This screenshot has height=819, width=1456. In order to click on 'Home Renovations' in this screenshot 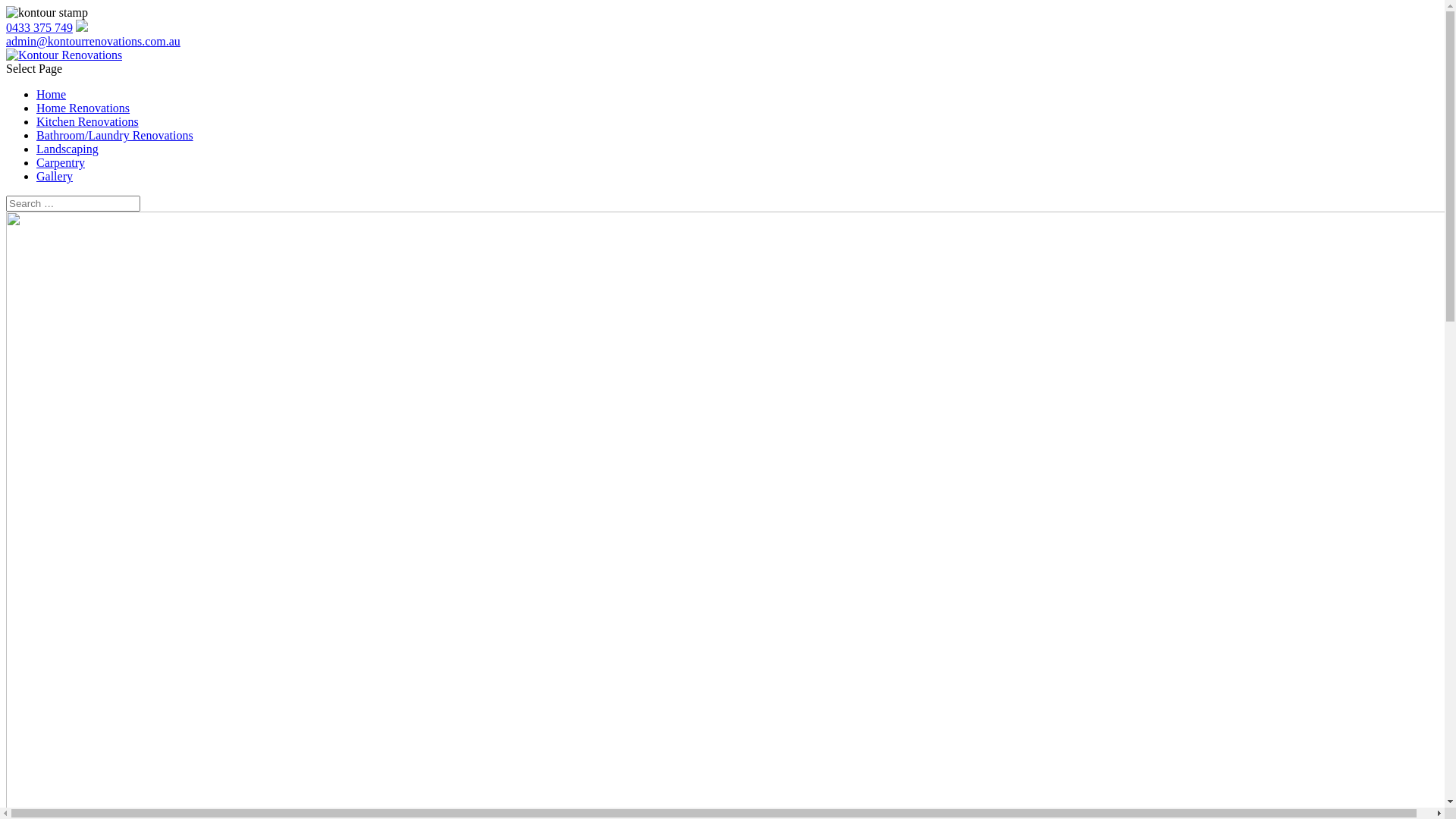, I will do `click(36, 107)`.